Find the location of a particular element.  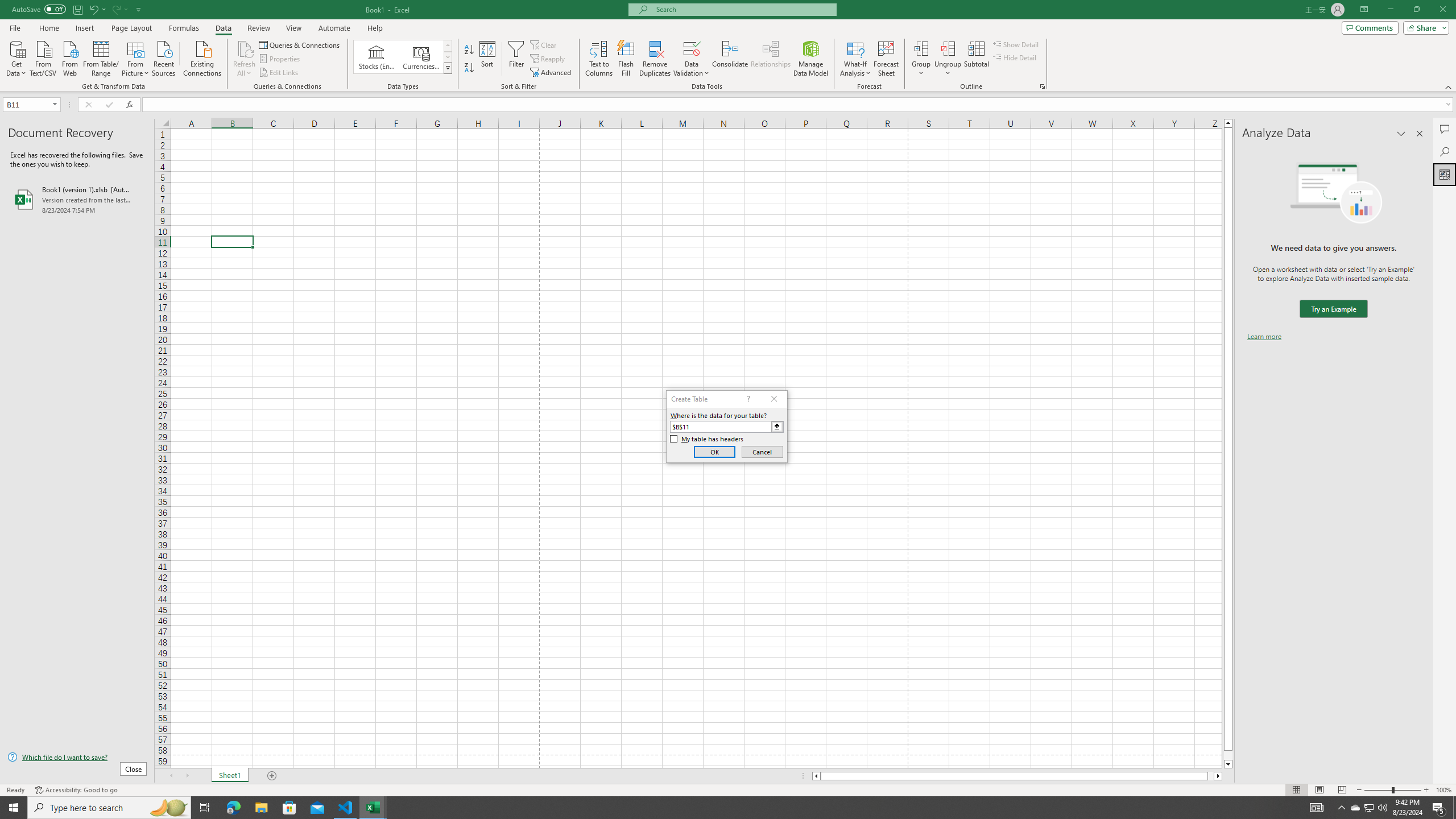

'Refresh All' is located at coordinates (244, 59).